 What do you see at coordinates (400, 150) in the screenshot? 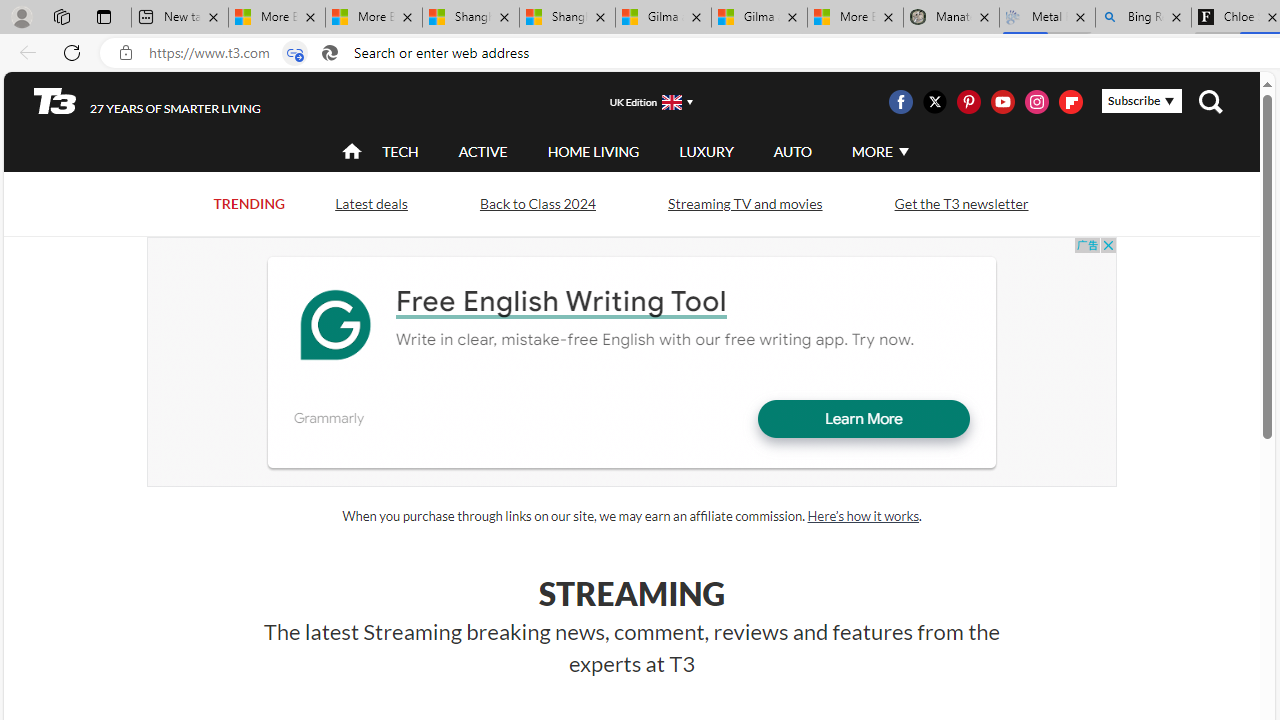
I see `'TECH'` at bounding box center [400, 150].